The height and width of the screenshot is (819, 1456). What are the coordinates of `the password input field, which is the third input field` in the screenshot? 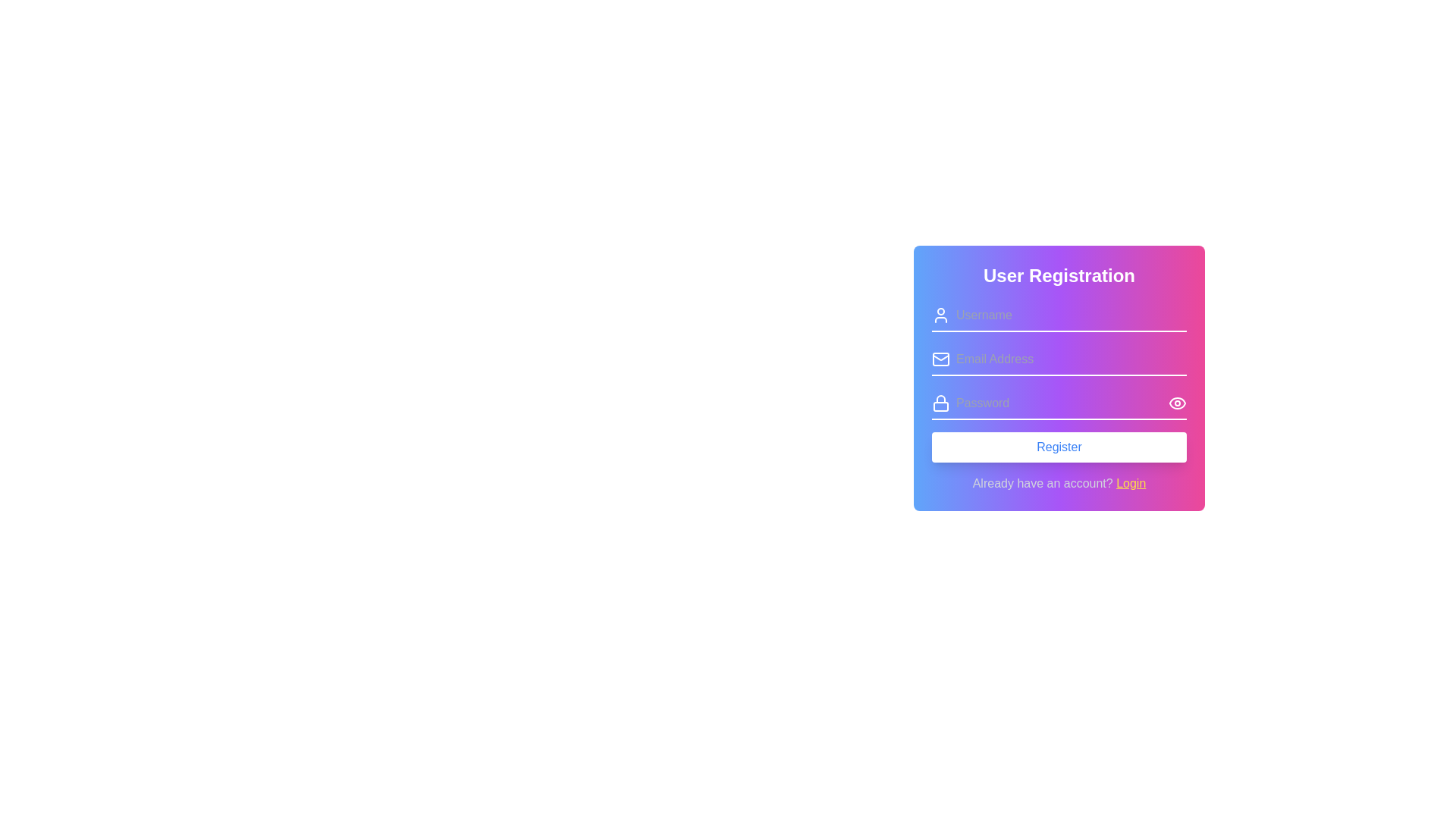 It's located at (1058, 403).